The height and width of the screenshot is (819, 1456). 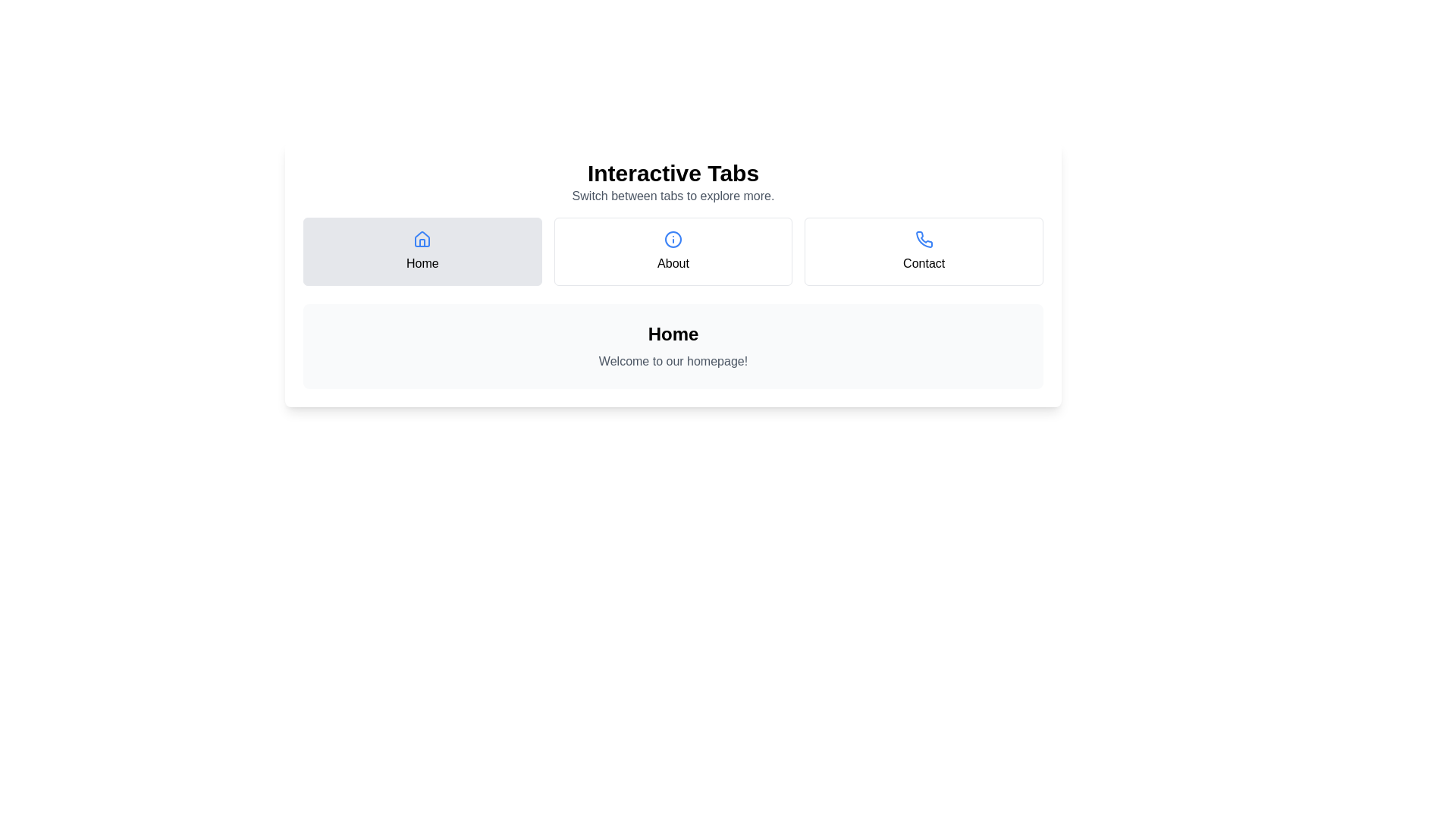 What do you see at coordinates (673, 250) in the screenshot?
I see `the tab labeled About to display its associated text` at bounding box center [673, 250].